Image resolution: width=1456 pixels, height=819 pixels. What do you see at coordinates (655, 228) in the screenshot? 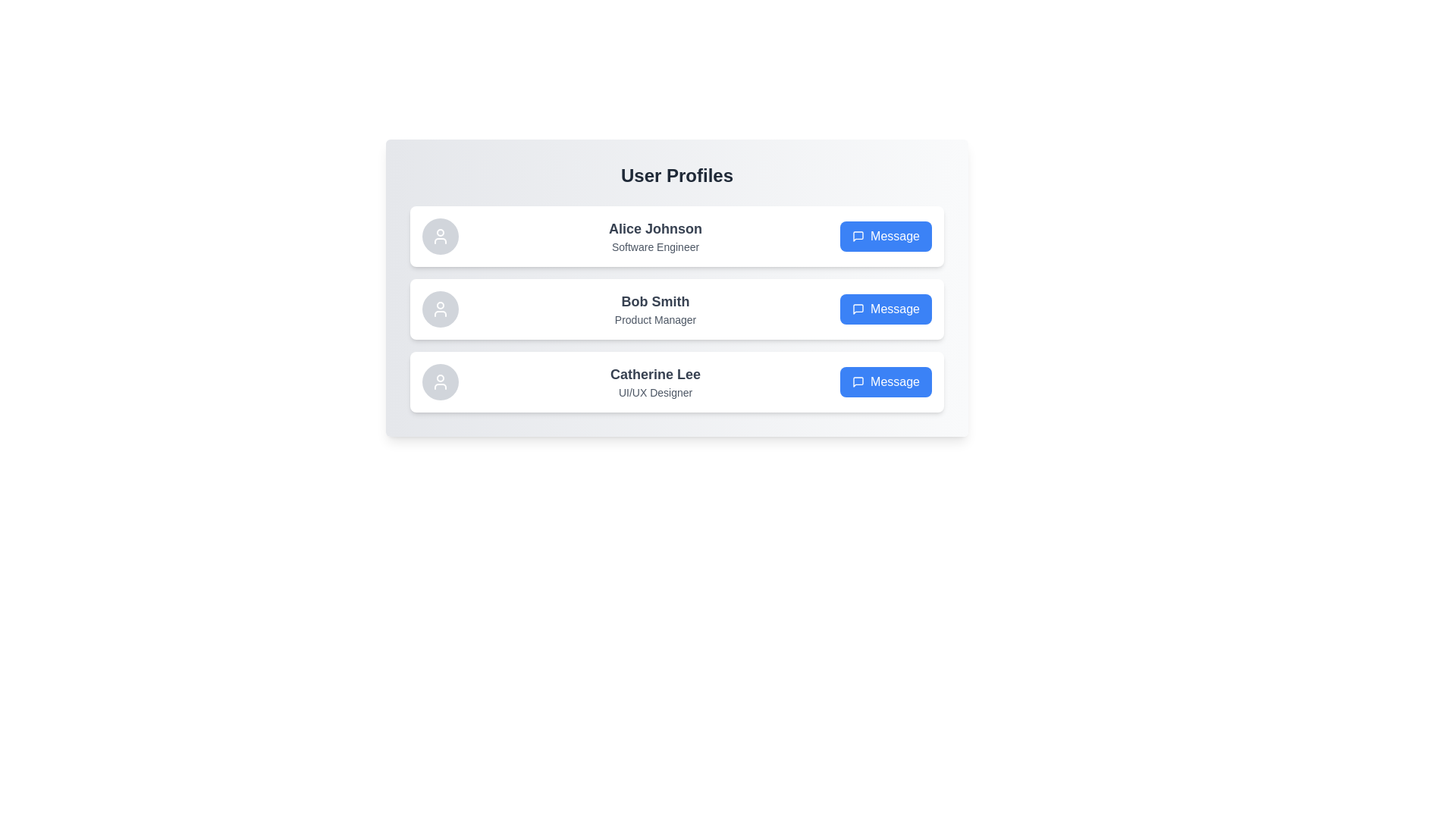
I see `the text of Alice Johnson to select it` at bounding box center [655, 228].